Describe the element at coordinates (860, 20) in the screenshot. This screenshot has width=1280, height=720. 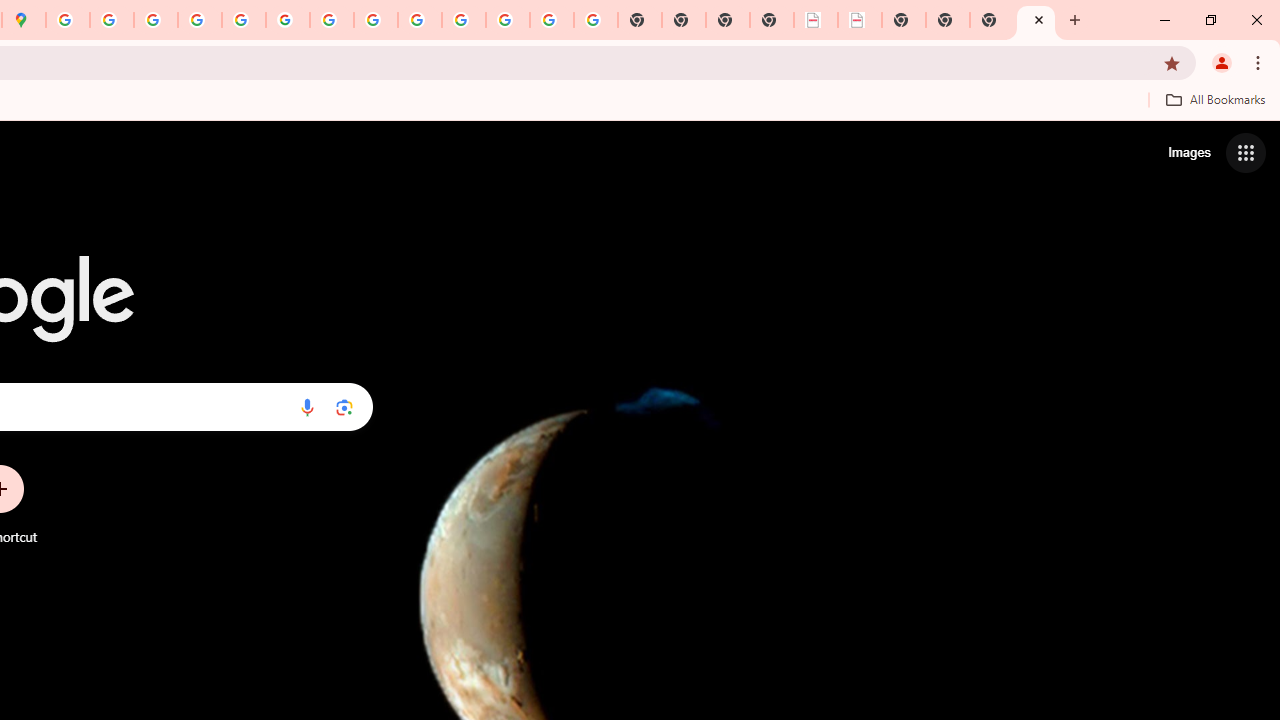
I see `'BAE Systems Brasil | BAE Systems'` at that location.